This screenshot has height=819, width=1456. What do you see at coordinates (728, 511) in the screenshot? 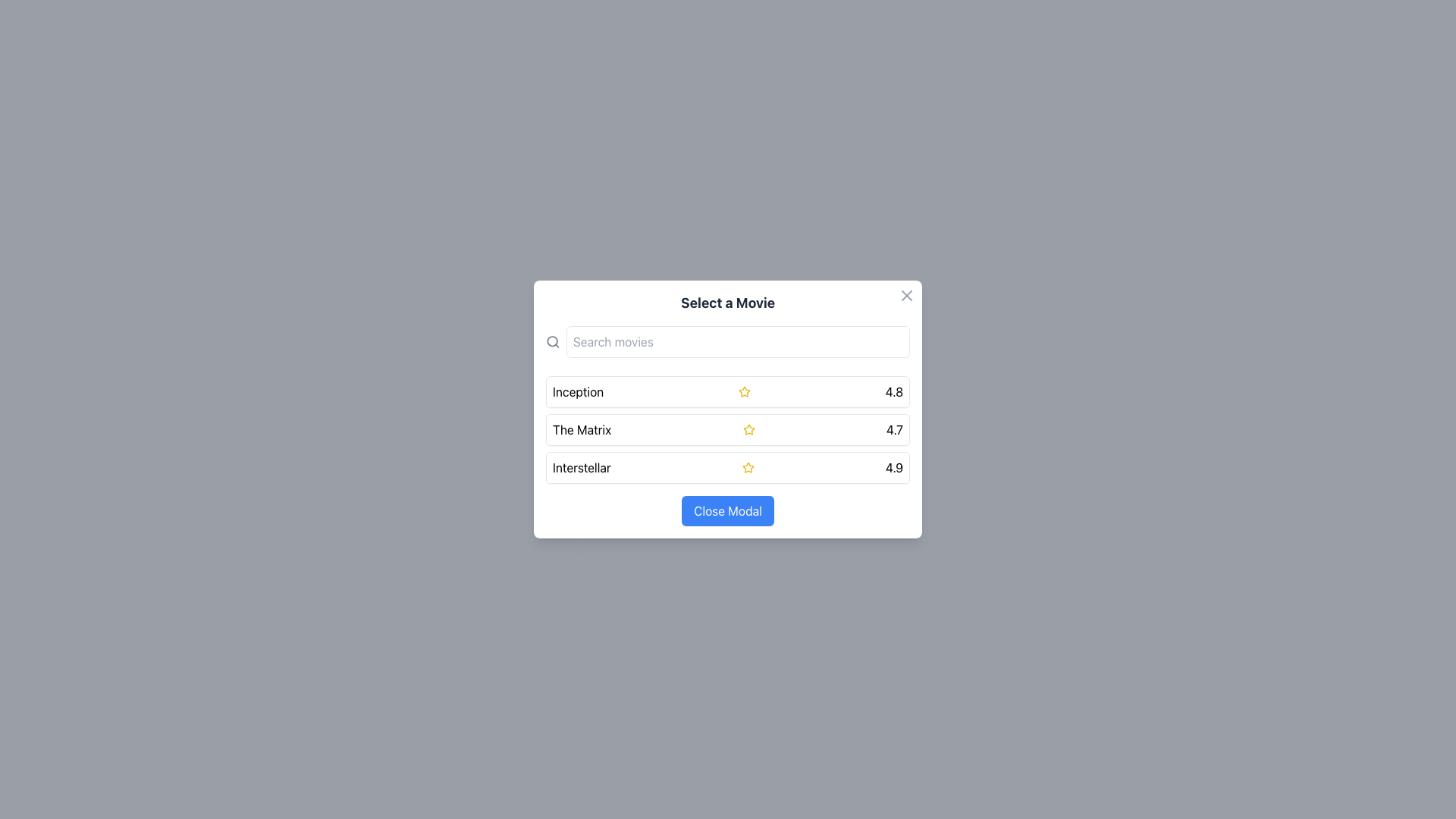
I see `the close button at the bottom of the 'Select a Movie' modal dialog to change its background color` at bounding box center [728, 511].